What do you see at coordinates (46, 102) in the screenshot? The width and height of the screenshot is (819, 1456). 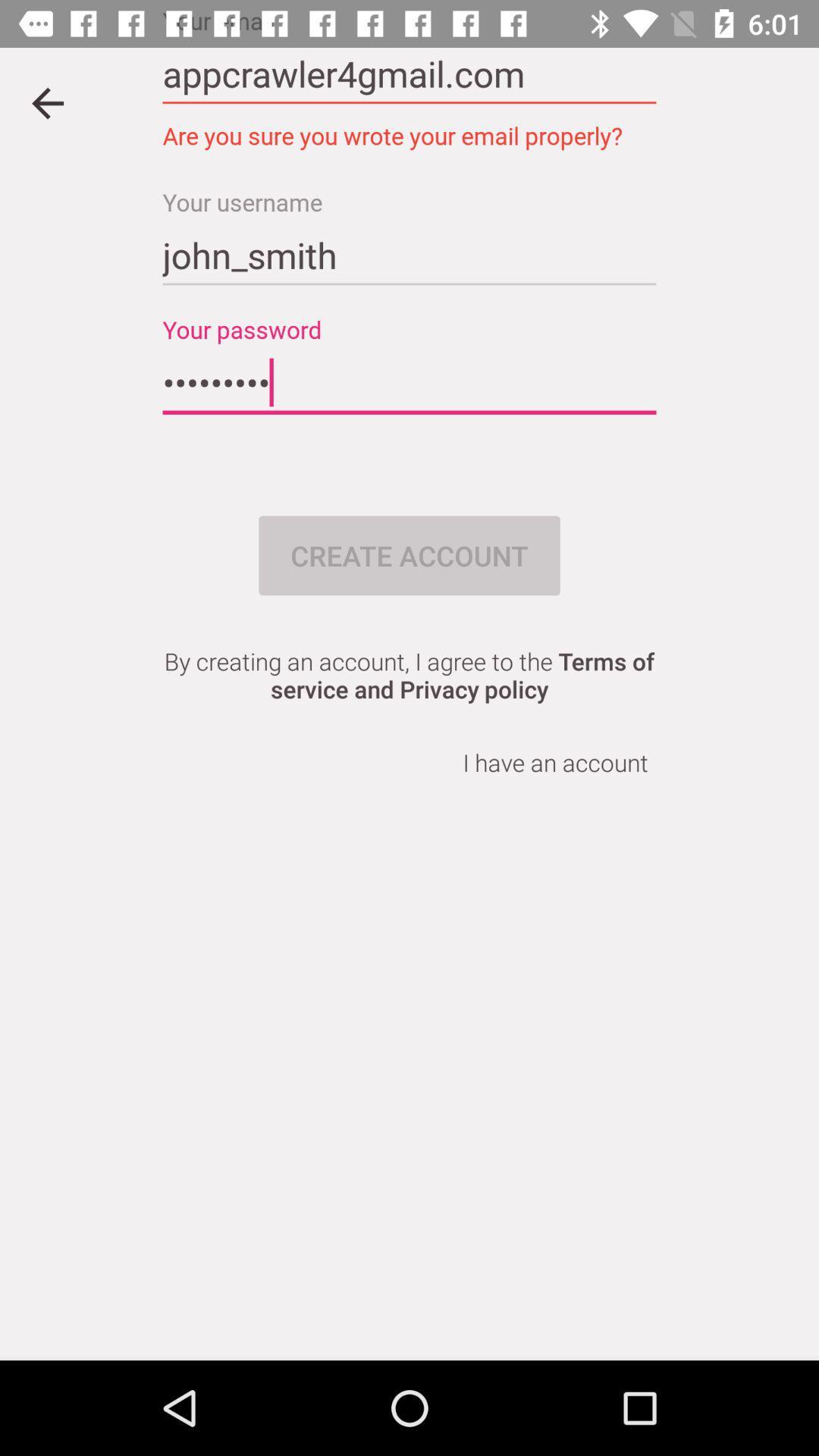 I see `goto back` at bounding box center [46, 102].